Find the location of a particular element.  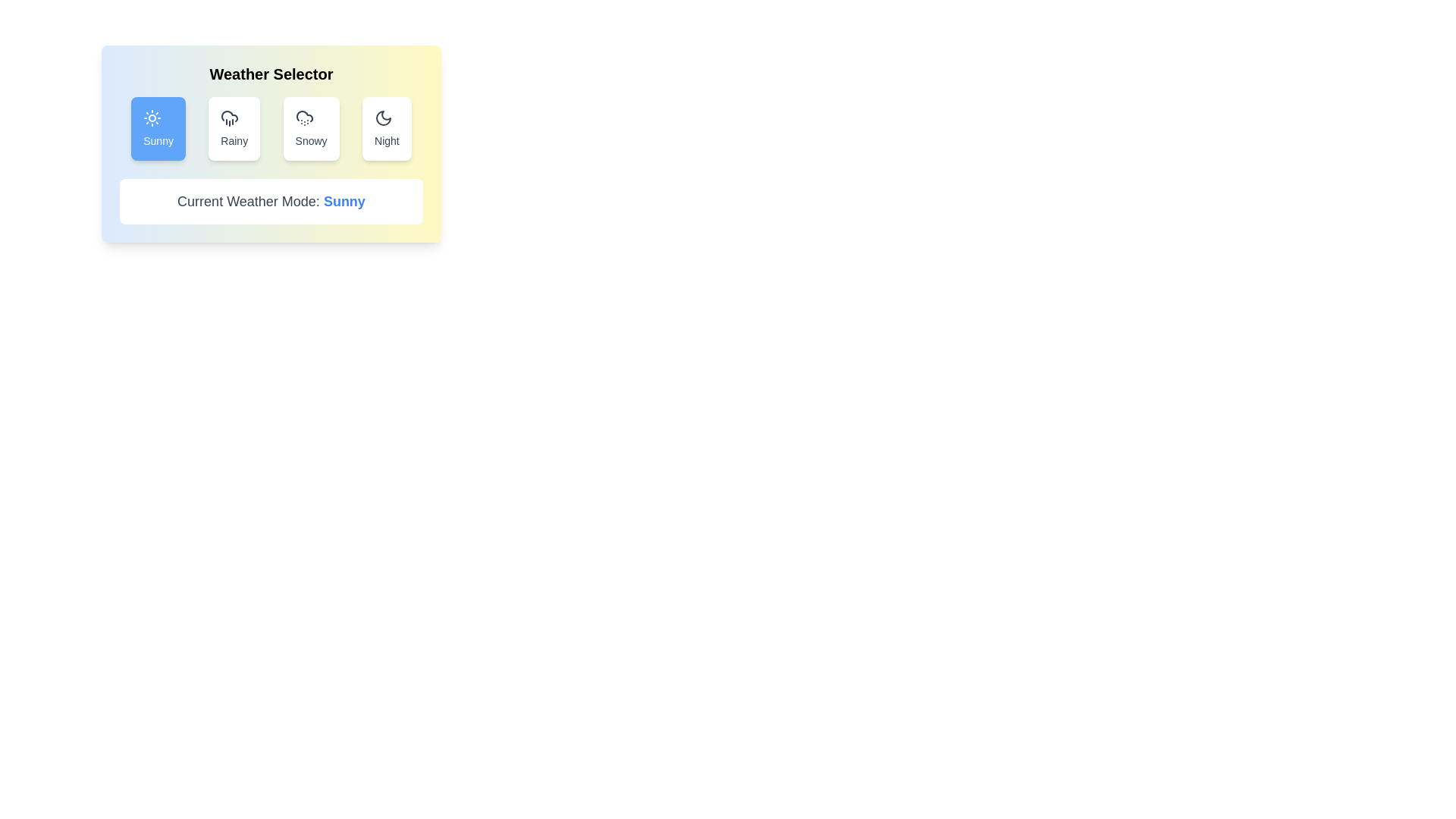

the button corresponding to the weather option Sunny is located at coordinates (158, 127).